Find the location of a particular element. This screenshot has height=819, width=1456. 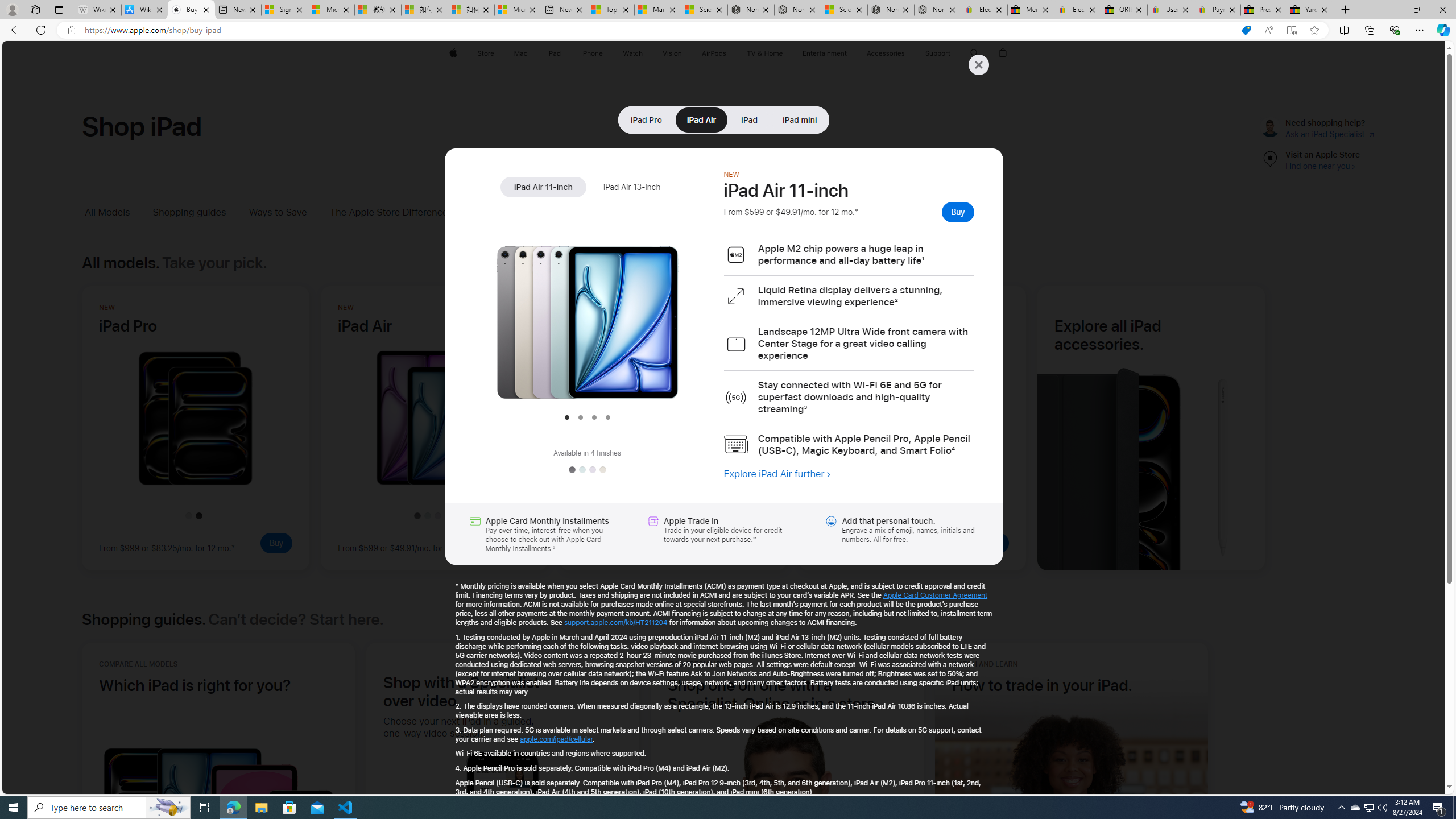

'User Privacy Notice | eBay' is located at coordinates (1170, 9).